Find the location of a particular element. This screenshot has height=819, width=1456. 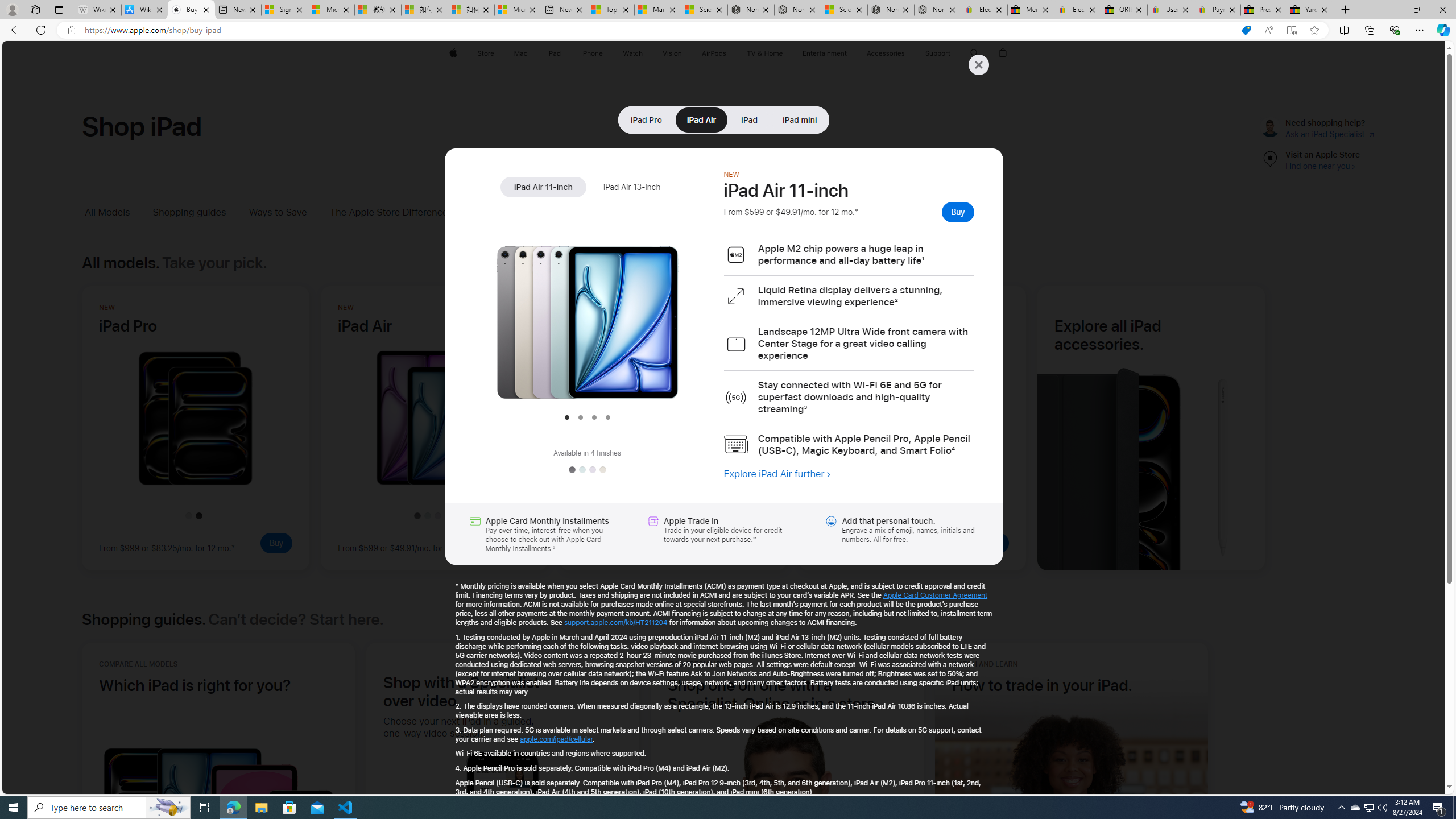

'User Privacy Notice | eBay' is located at coordinates (1170, 9).